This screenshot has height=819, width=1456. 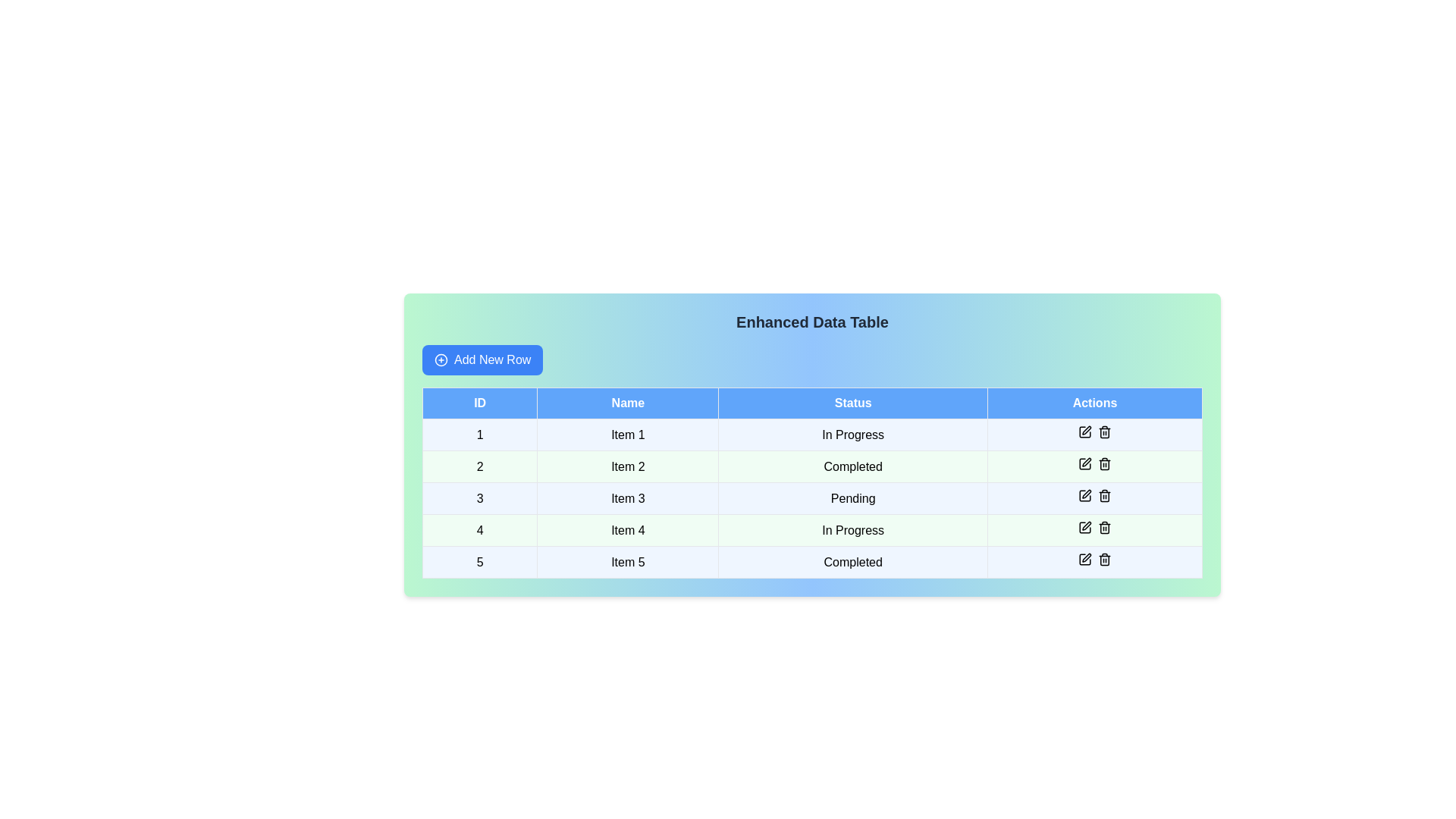 What do you see at coordinates (1104, 464) in the screenshot?
I see `the trash can icon in the 'Actions' column for row 2 of the data table` at bounding box center [1104, 464].